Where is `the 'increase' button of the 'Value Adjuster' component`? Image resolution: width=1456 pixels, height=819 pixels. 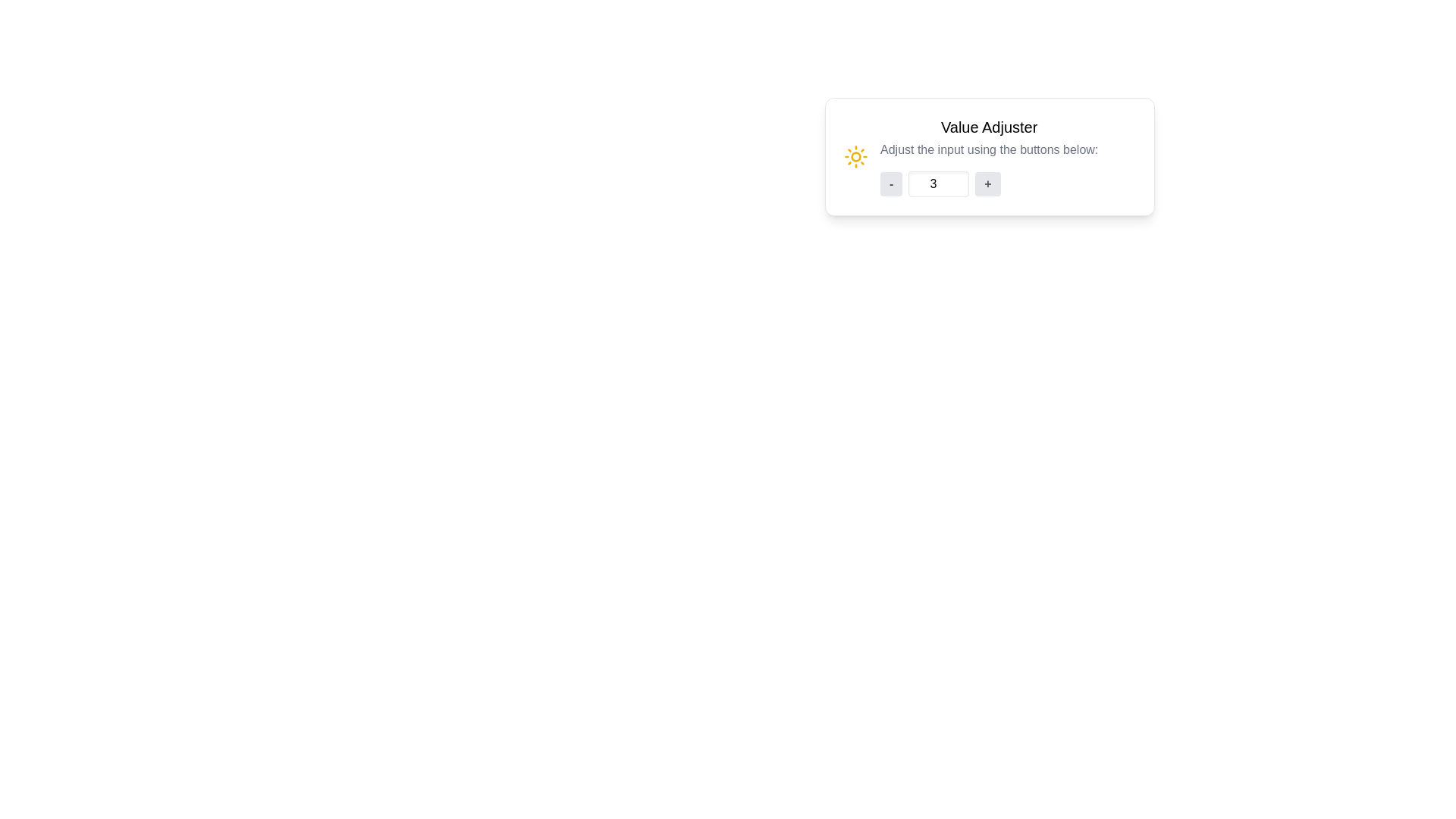 the 'increase' button of the 'Value Adjuster' component is located at coordinates (989, 184).